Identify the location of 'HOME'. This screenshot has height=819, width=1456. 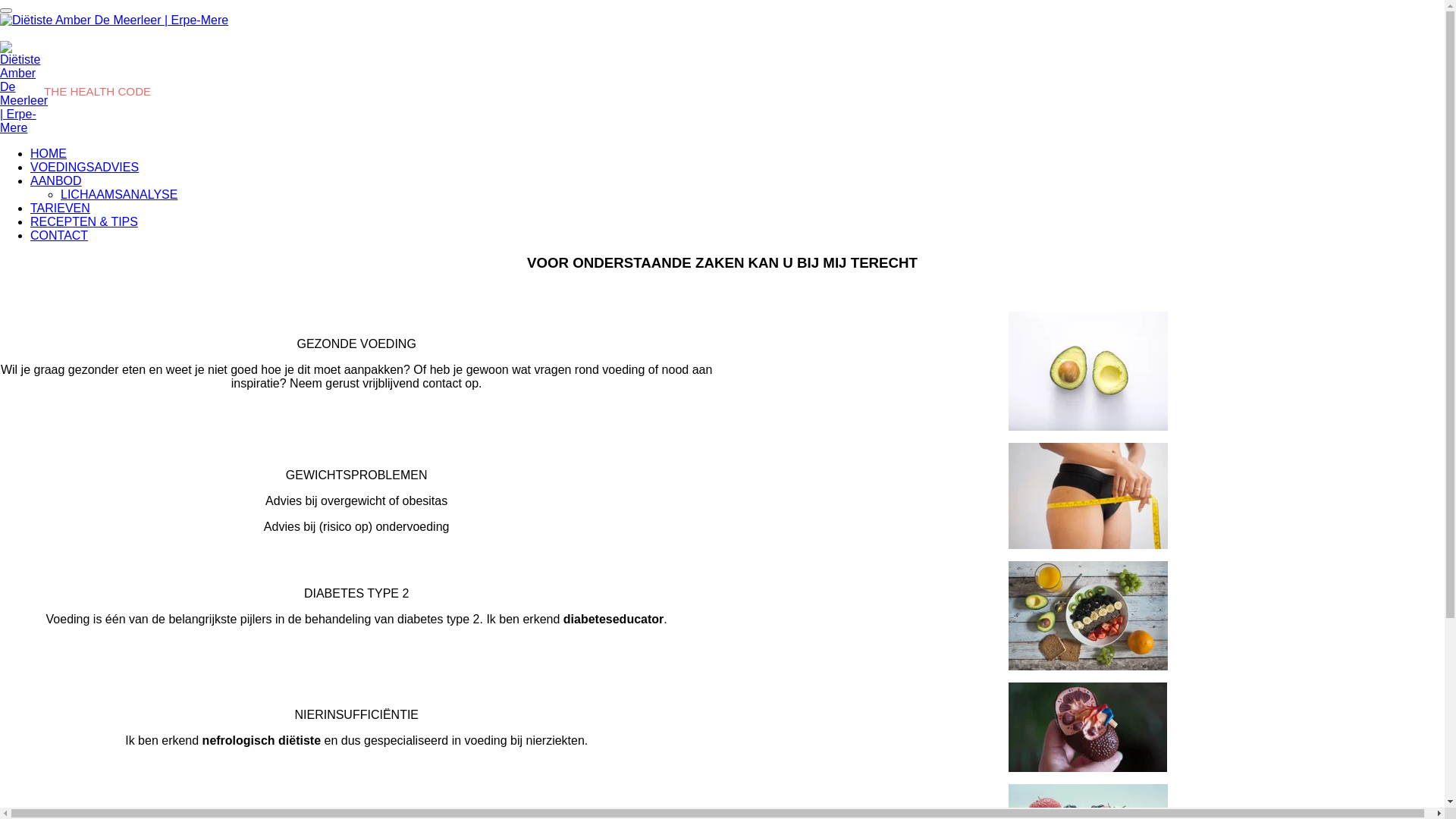
(48, 153).